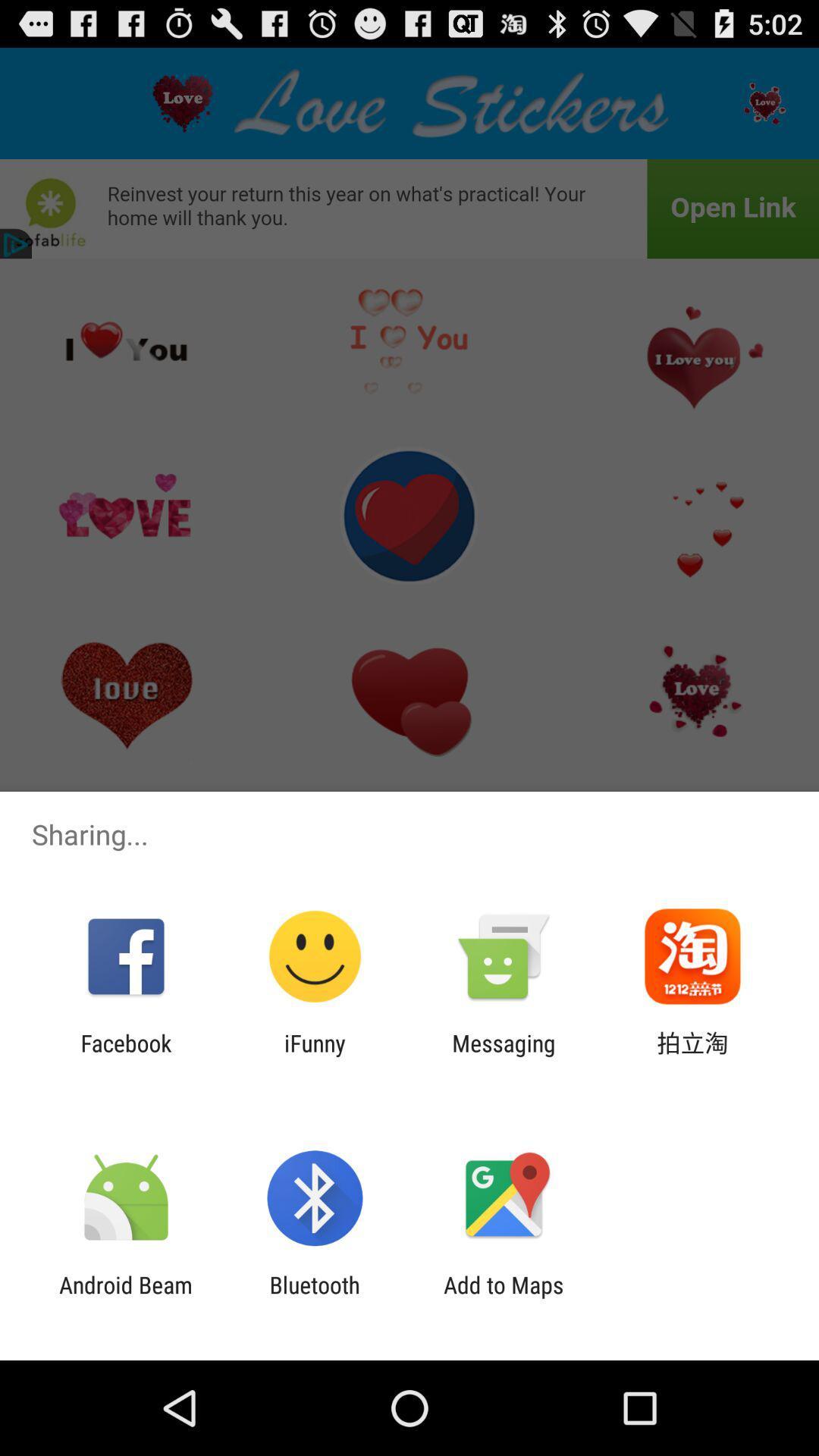  What do you see at coordinates (692, 1056) in the screenshot?
I see `the icon next to messaging` at bounding box center [692, 1056].